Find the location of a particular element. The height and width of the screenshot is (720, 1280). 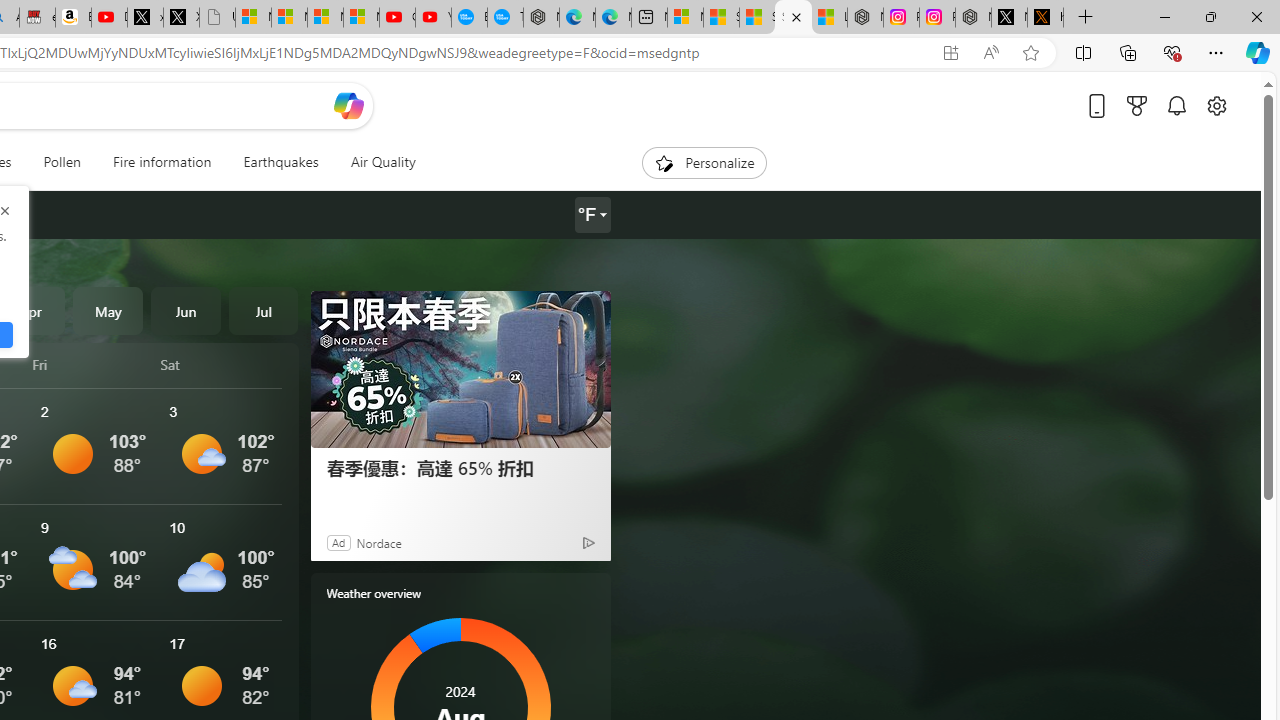

'May' is located at coordinates (107, 311).